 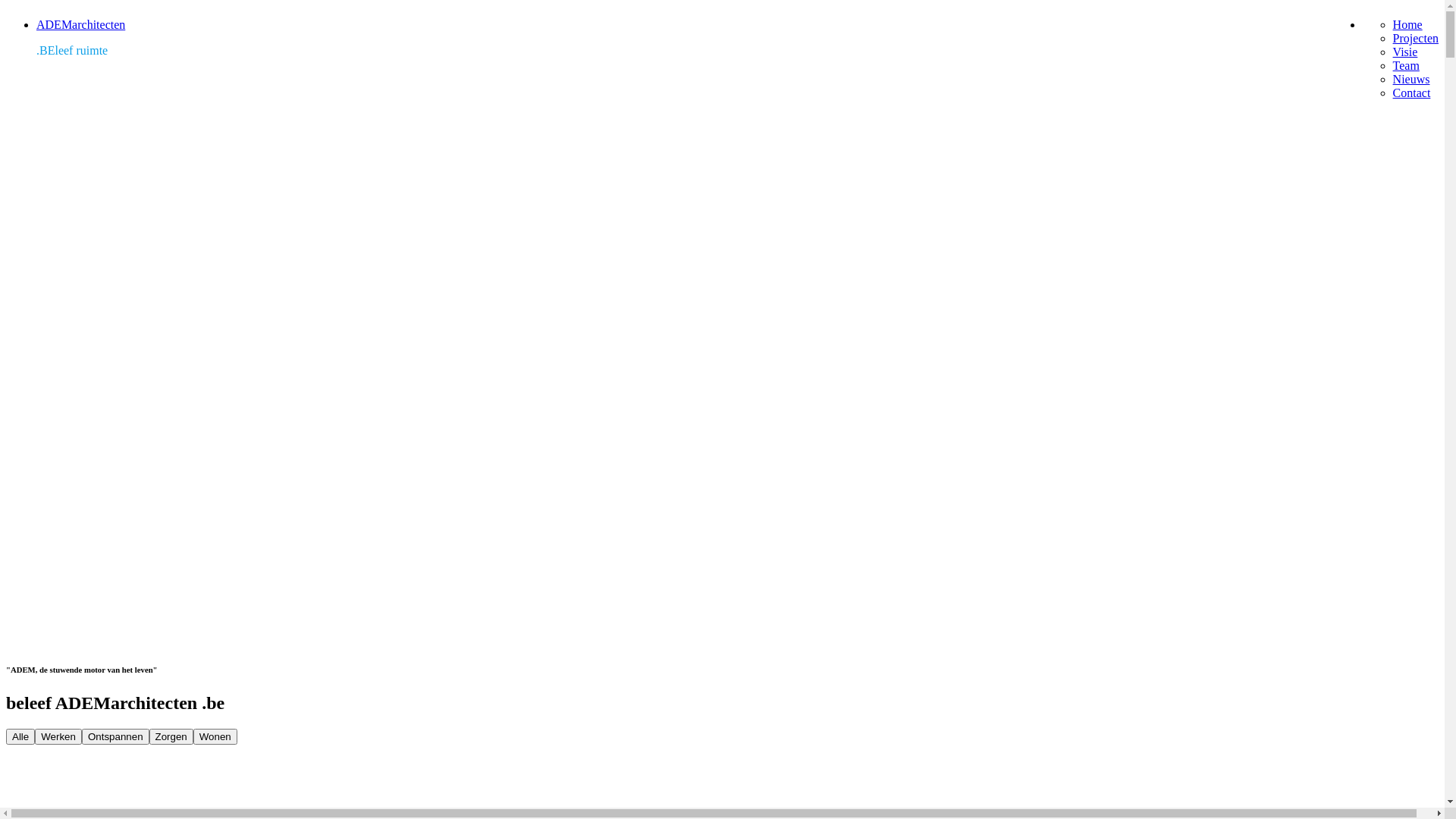 I want to click on 'Wonen', so click(x=192, y=736).